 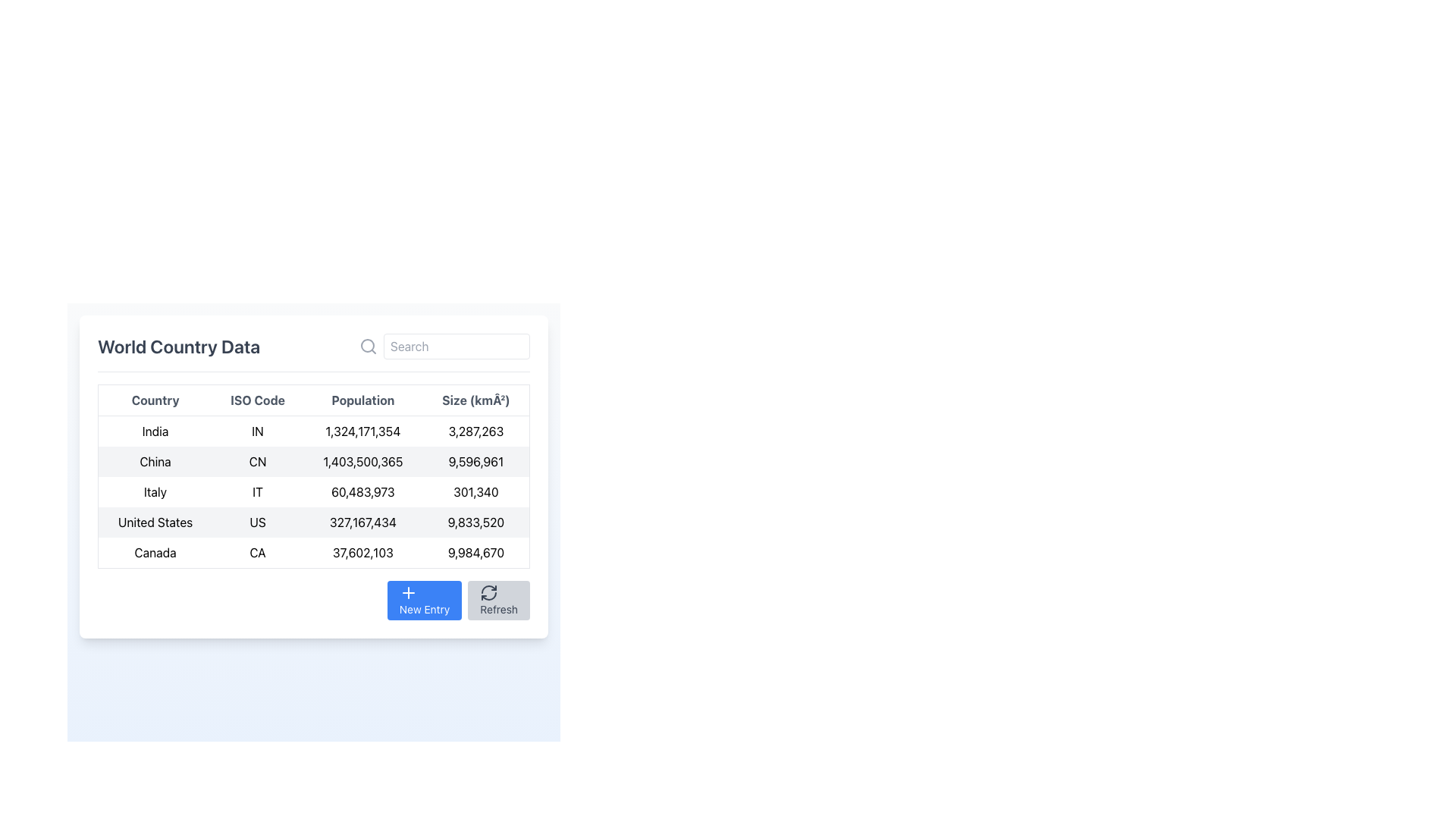 I want to click on the first button in the action bar below the 'World Country Data' table, so click(x=425, y=599).